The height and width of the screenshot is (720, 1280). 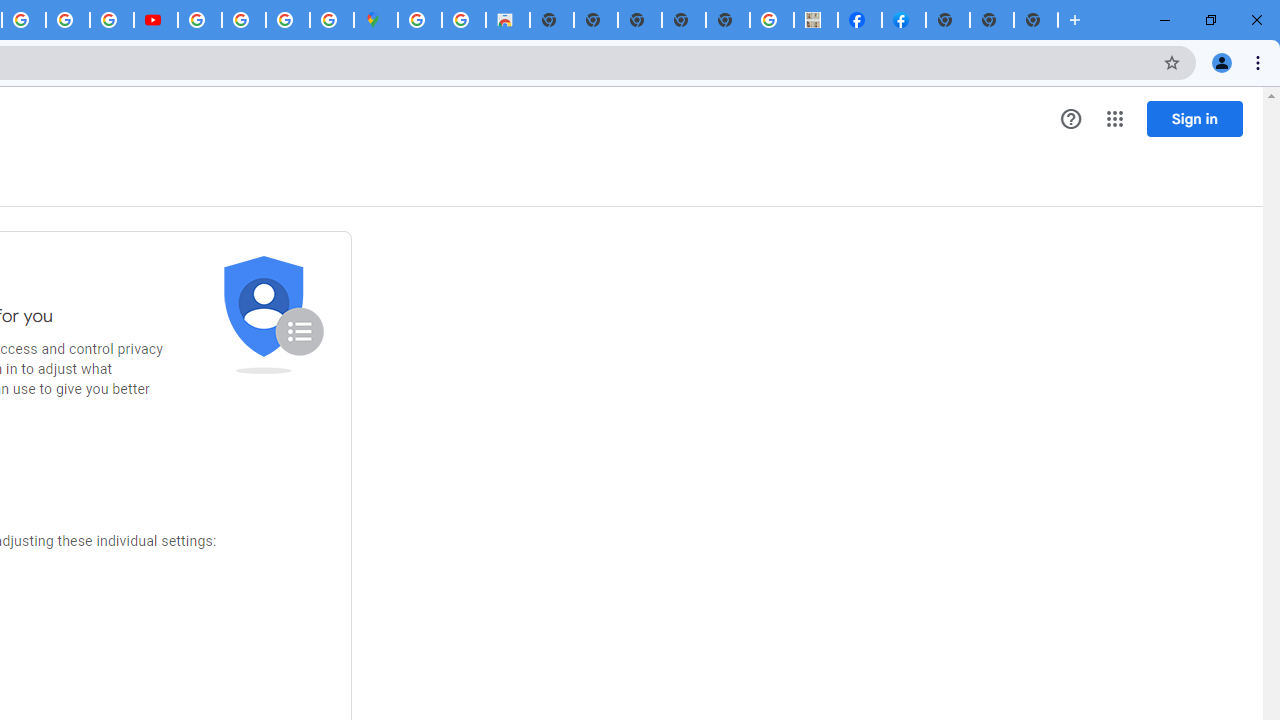 What do you see at coordinates (67, 20) in the screenshot?
I see `'Privacy Help Center - Policies Help'` at bounding box center [67, 20].